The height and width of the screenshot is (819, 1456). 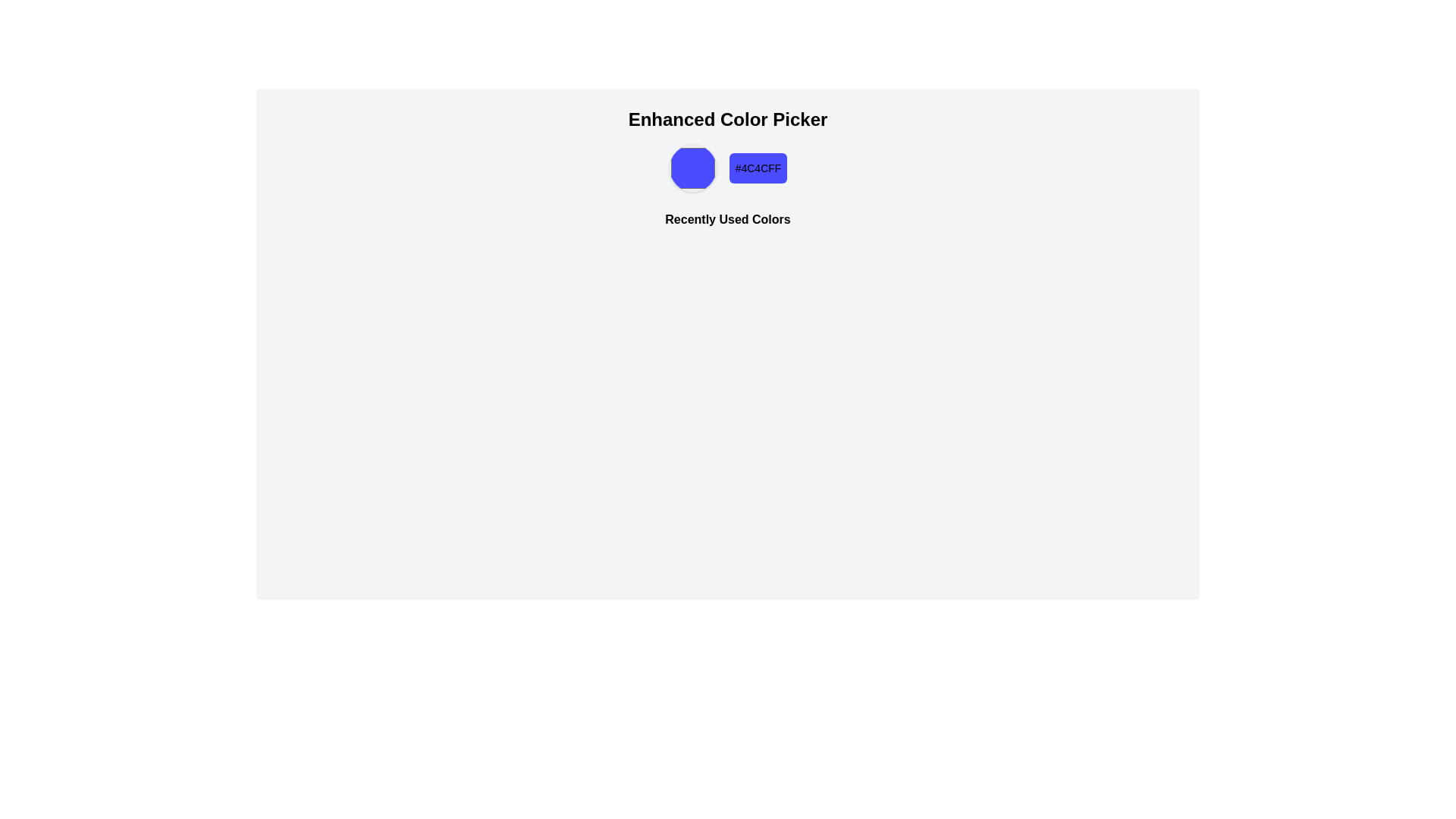 I want to click on the label that reads 'Recently Used Colors', which is bold and black on a light gray background, centrally positioned below a color display and color code field, so click(x=728, y=222).